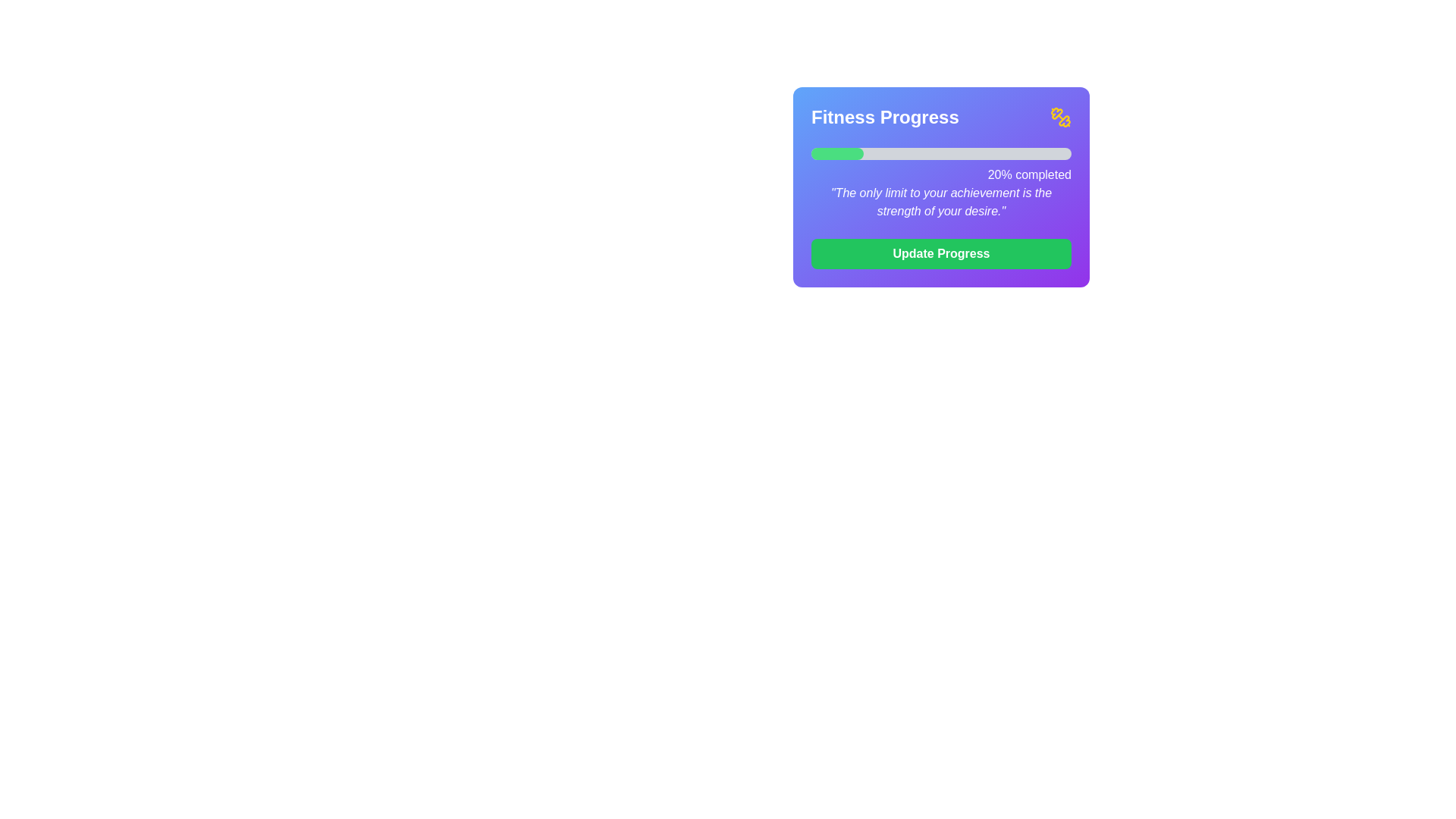  I want to click on the static text display component that reads 'The only limit to your achievement is the strength of your desire.' which is located below the progress bar description and above the green button labeled 'Update Progress', so click(940, 201).